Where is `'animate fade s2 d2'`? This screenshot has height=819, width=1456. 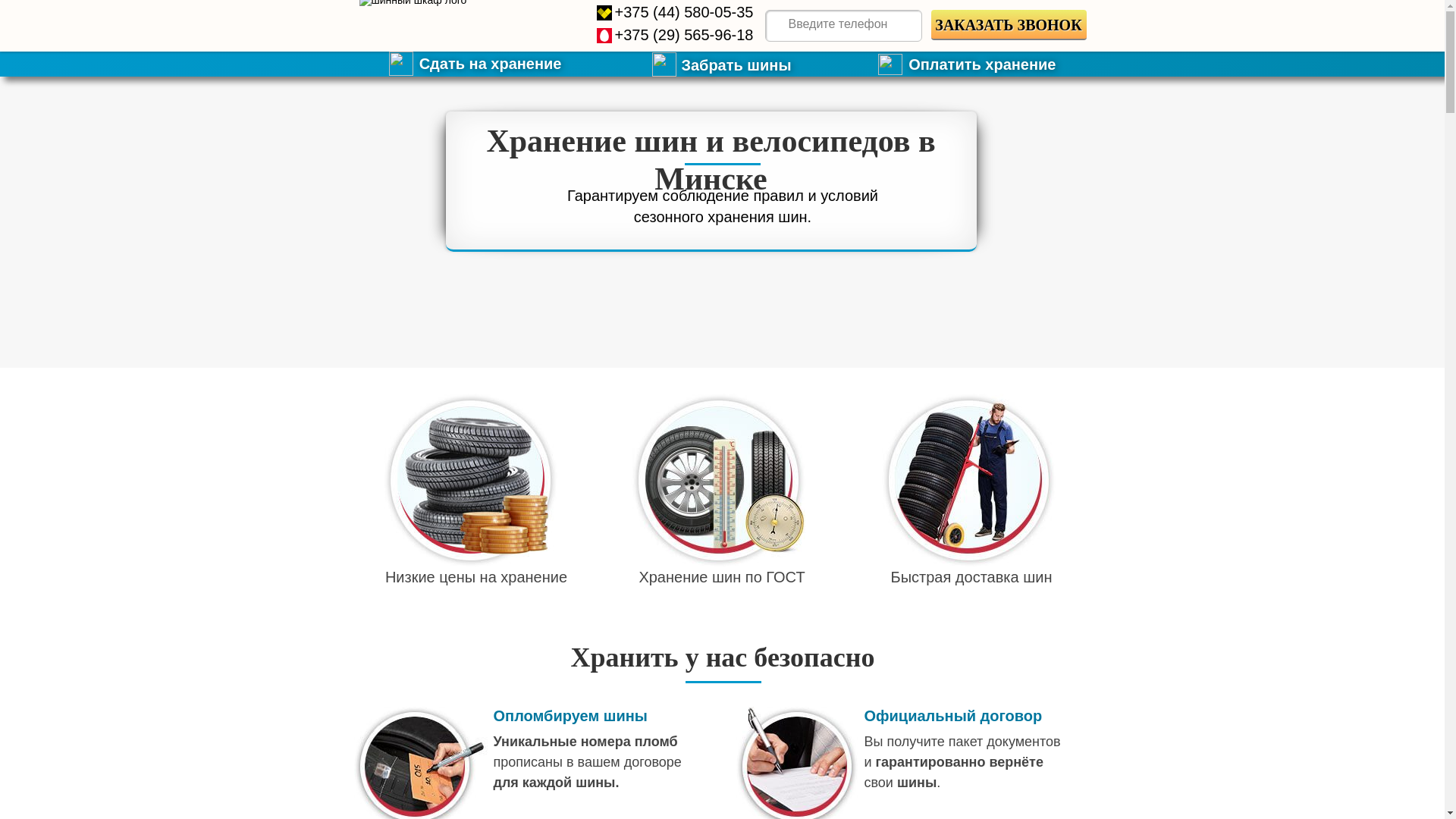 'animate fade s2 d2' is located at coordinates (717, 480).